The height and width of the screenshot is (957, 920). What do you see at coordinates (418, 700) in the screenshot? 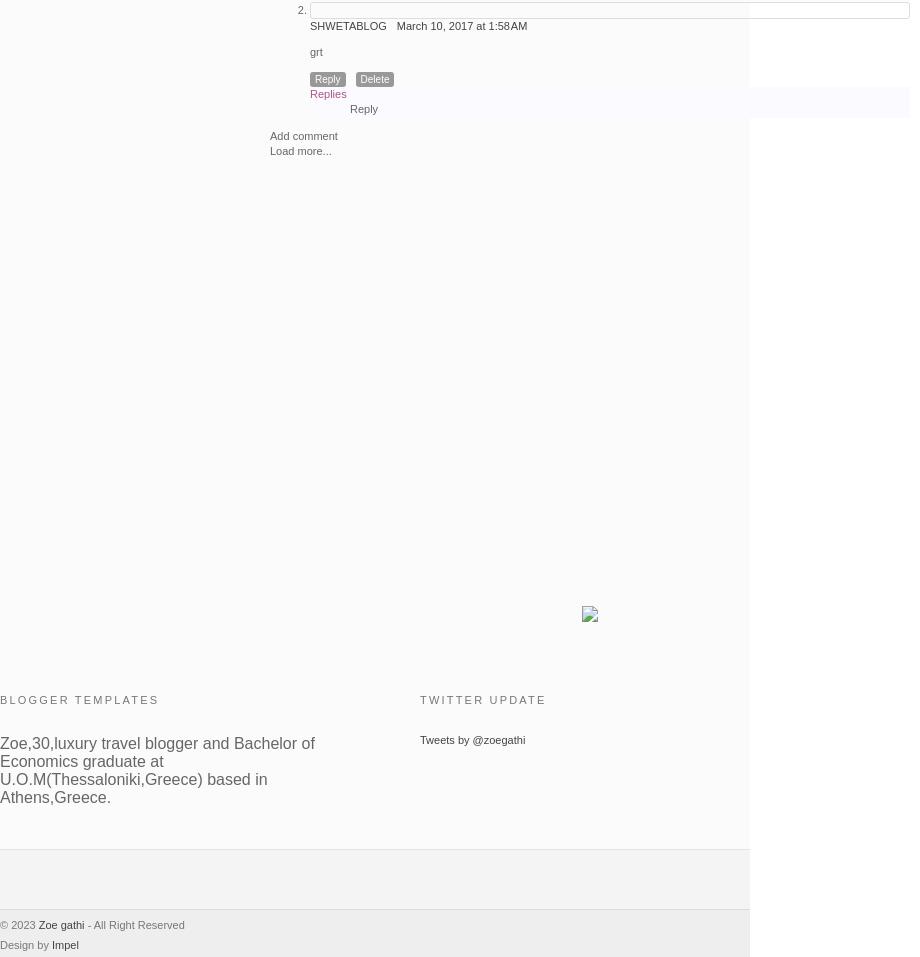
I see `'Twitter Update'` at bounding box center [418, 700].